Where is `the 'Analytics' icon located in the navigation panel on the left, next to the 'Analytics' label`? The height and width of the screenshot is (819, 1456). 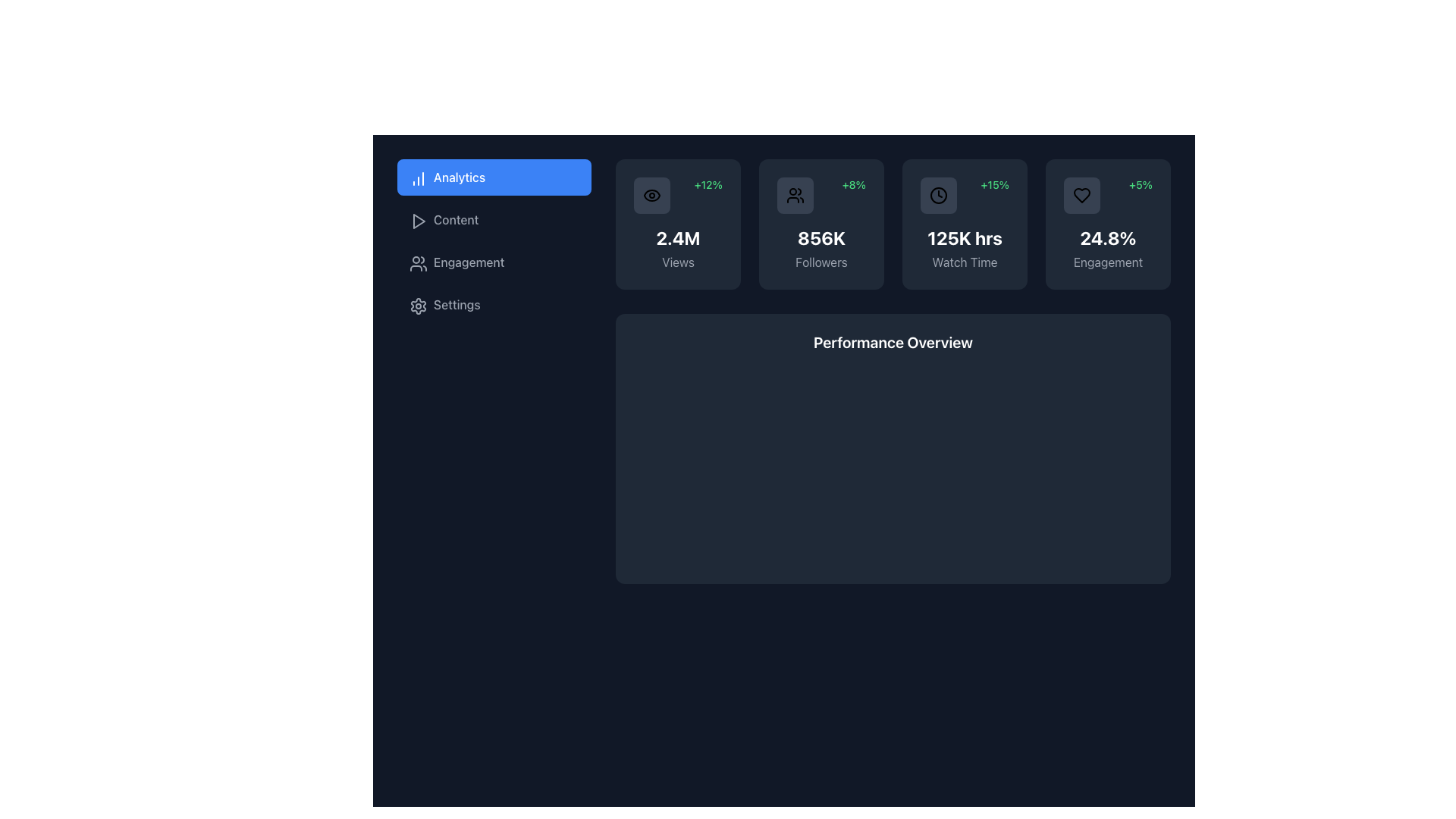
the 'Analytics' icon located in the navigation panel on the left, next to the 'Analytics' label is located at coordinates (419, 177).